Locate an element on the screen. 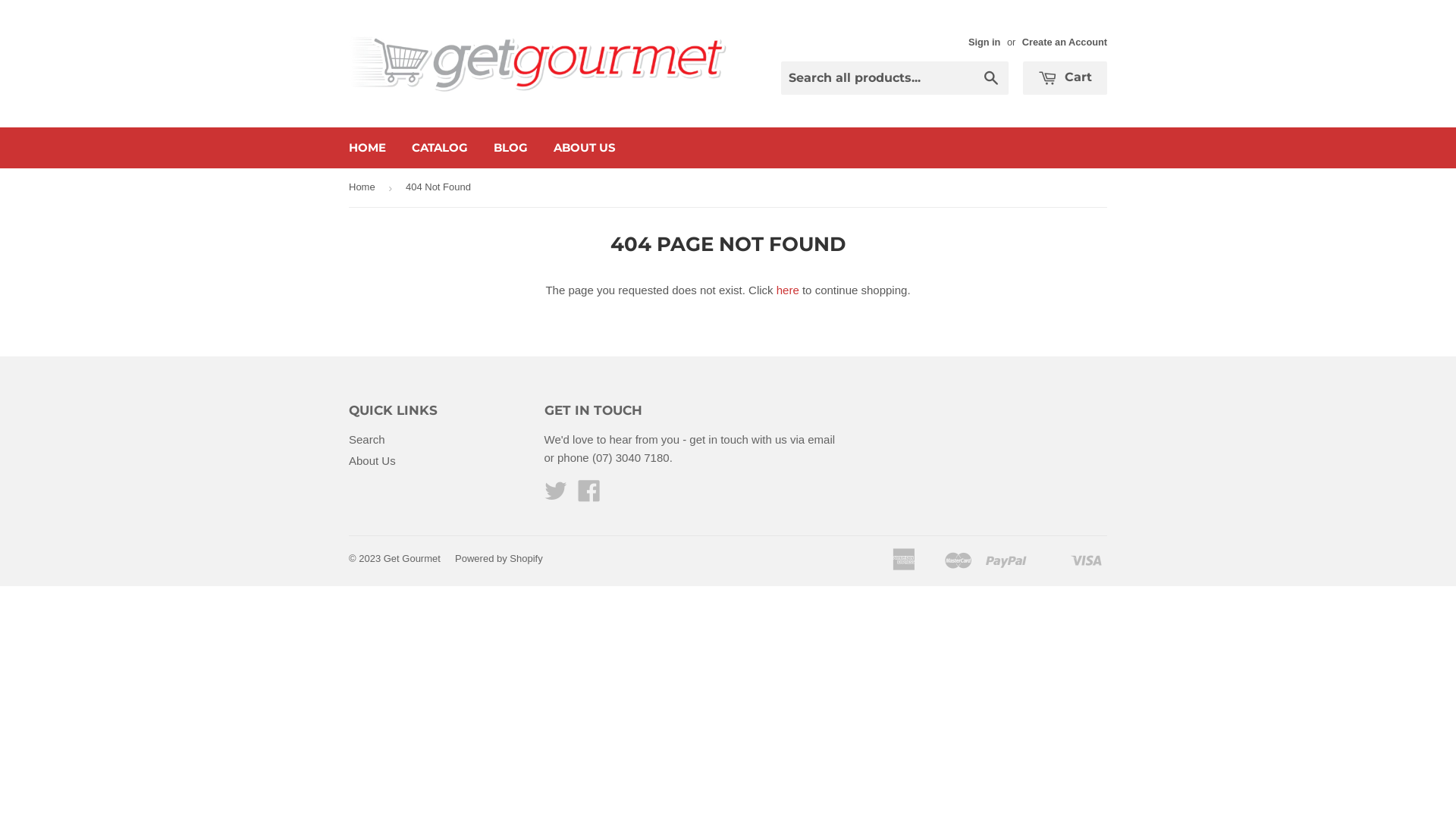 This screenshot has width=1456, height=819. 'HOME' is located at coordinates (367, 148).